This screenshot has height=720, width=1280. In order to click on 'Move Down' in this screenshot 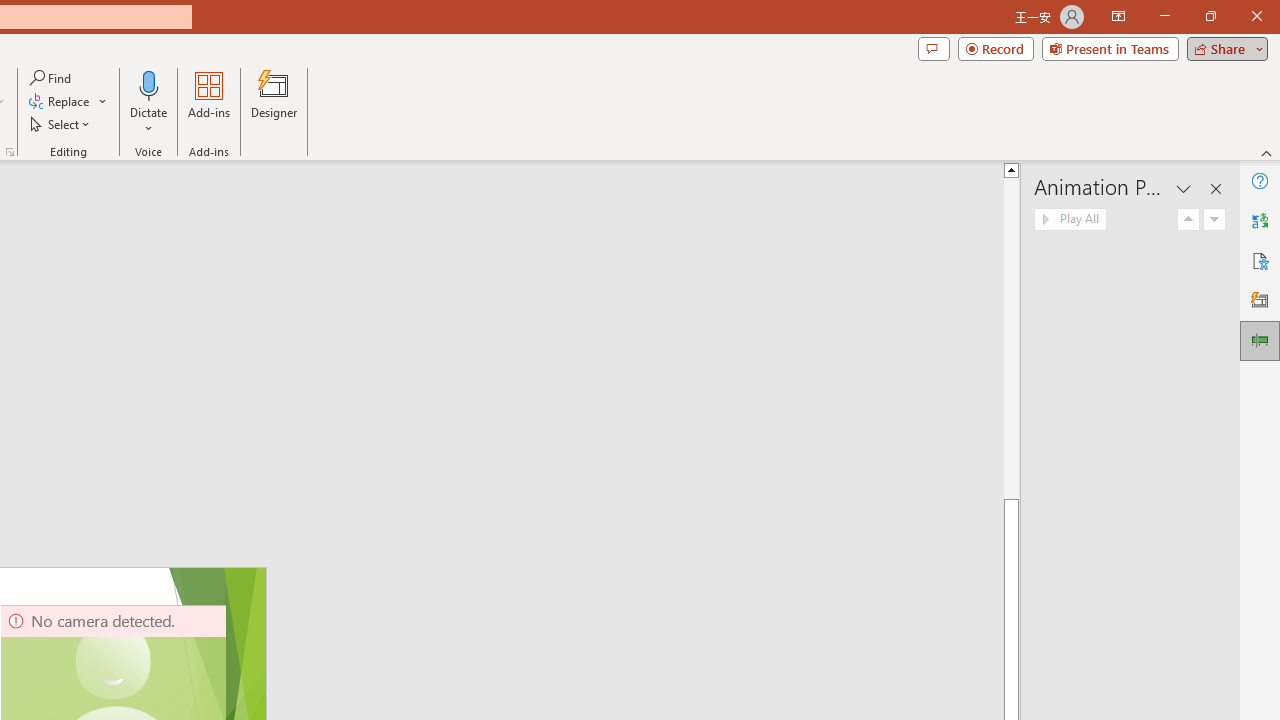, I will do `click(1213, 219)`.